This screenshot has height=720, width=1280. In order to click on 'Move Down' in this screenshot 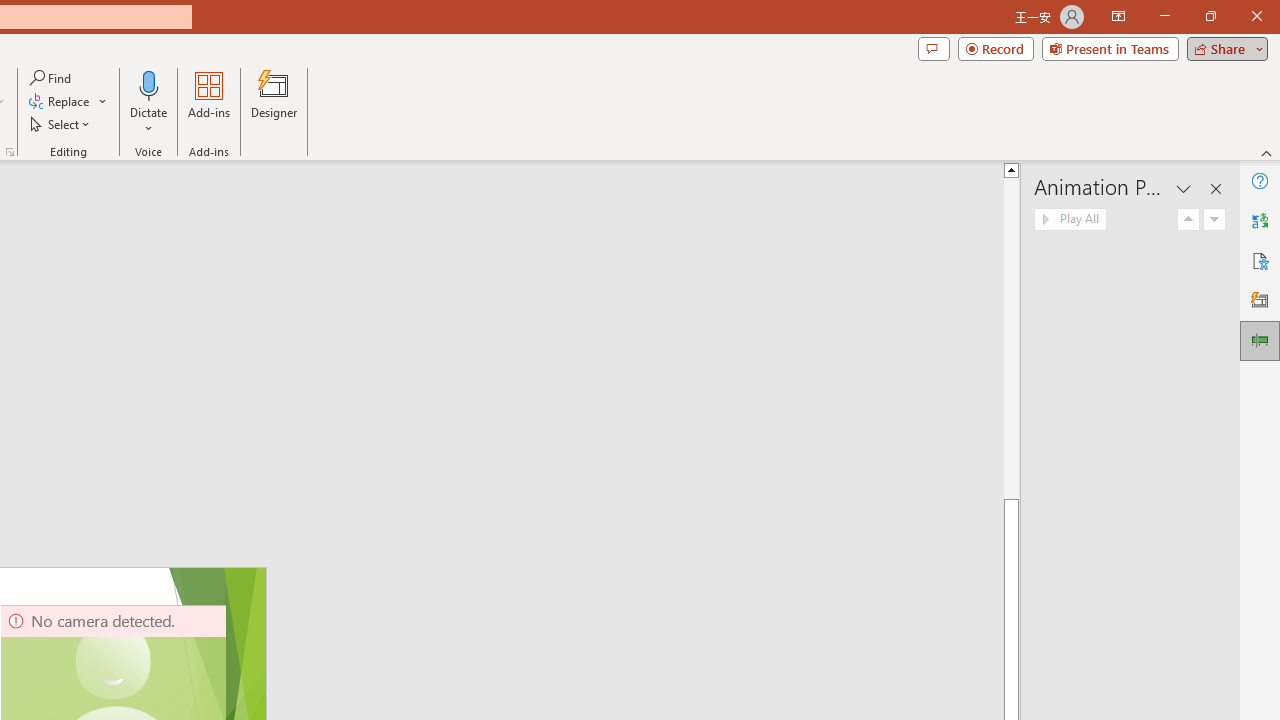, I will do `click(1213, 219)`.